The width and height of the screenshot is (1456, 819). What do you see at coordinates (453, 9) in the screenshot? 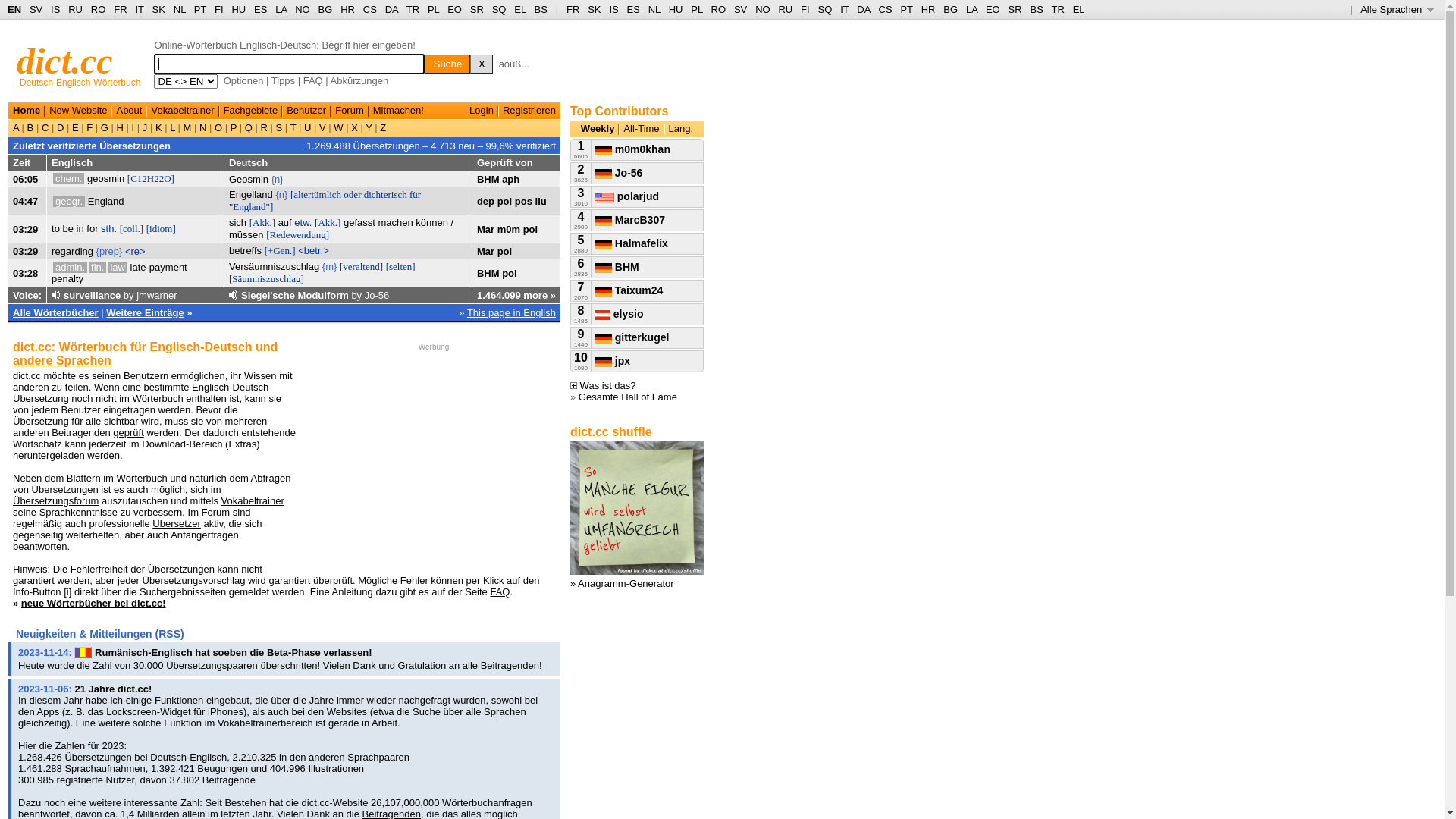
I see `'EO'` at bounding box center [453, 9].